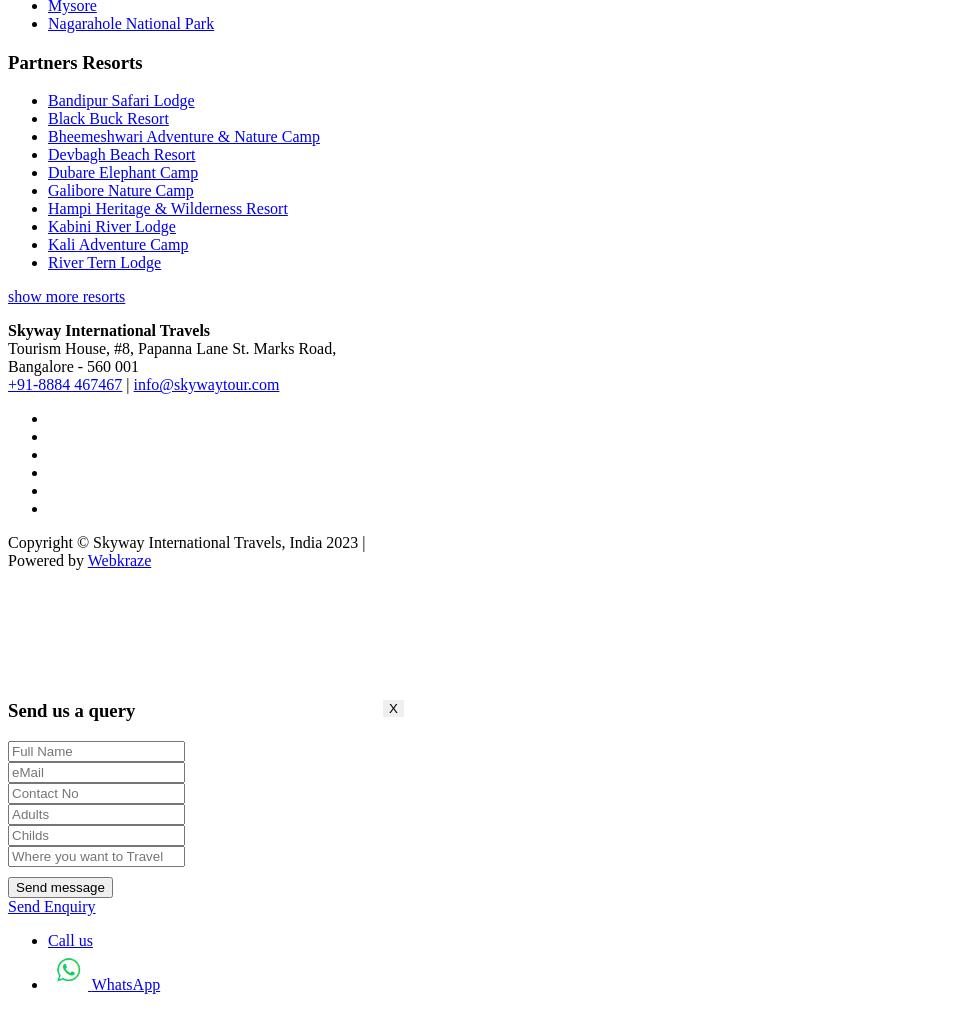  What do you see at coordinates (393, 864) in the screenshot?
I see `'X'` at bounding box center [393, 864].